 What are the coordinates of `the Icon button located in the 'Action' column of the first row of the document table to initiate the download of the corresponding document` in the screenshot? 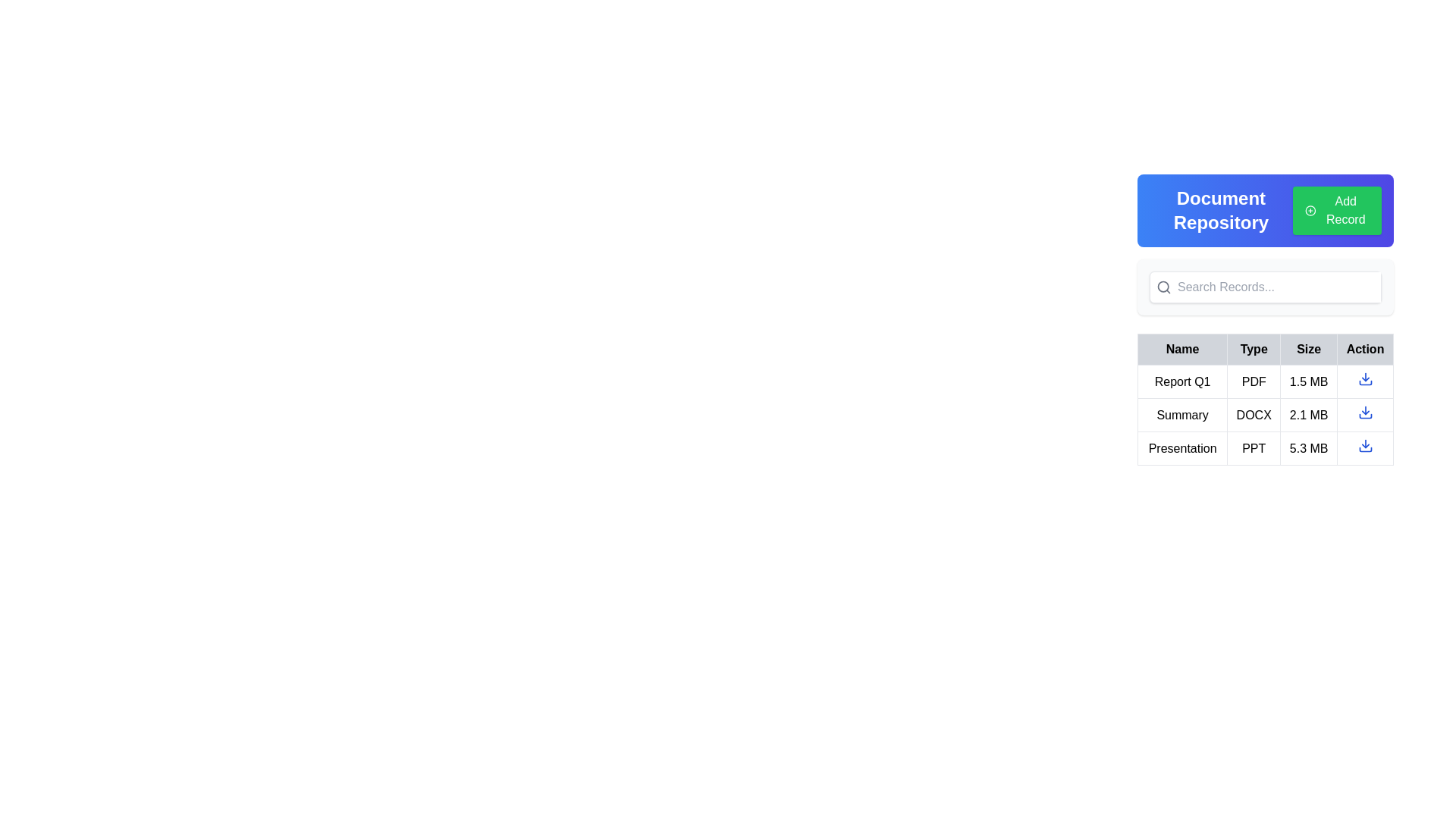 It's located at (1365, 378).